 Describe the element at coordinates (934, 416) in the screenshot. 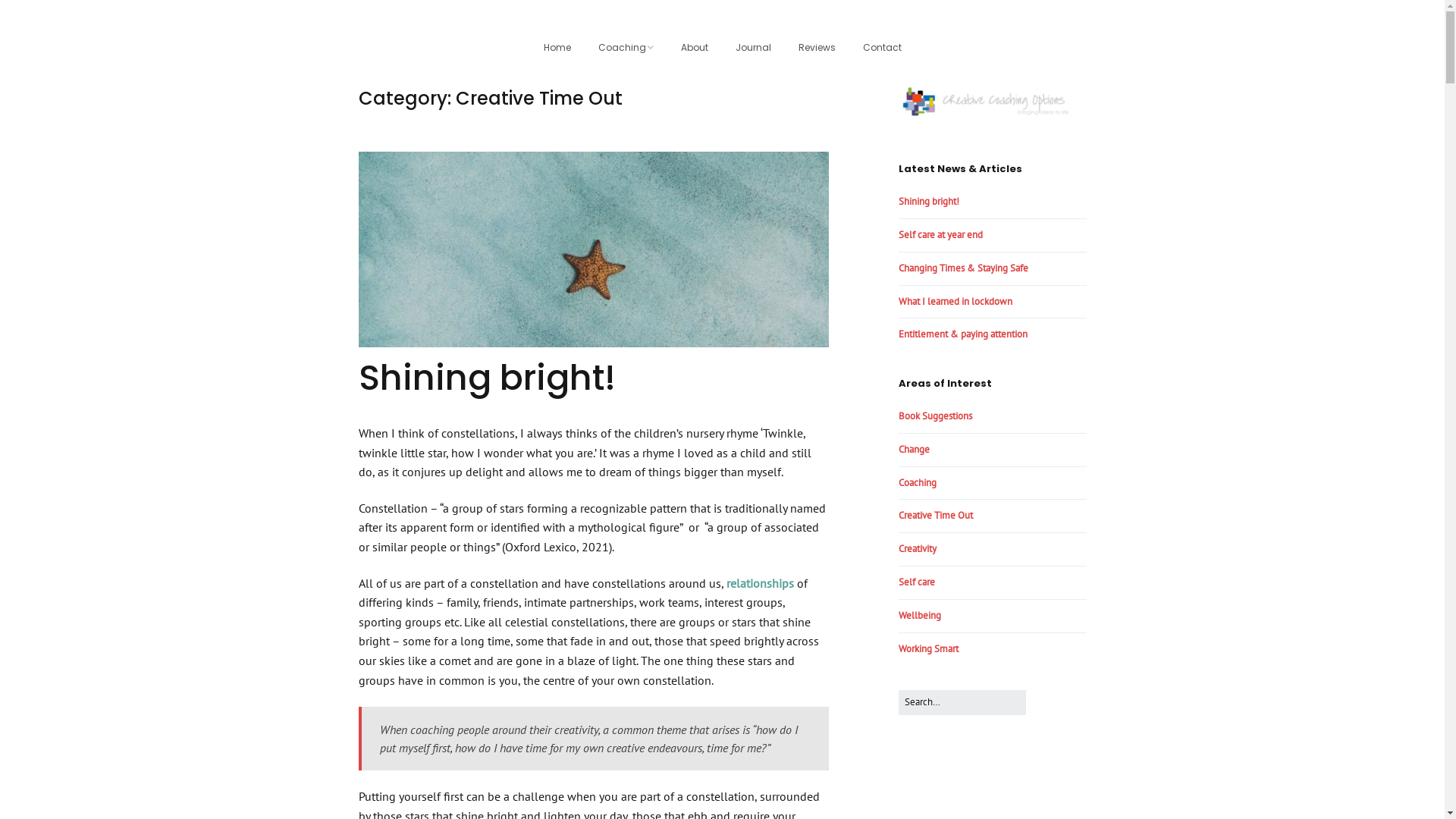

I see `'Book Suggestions'` at that location.